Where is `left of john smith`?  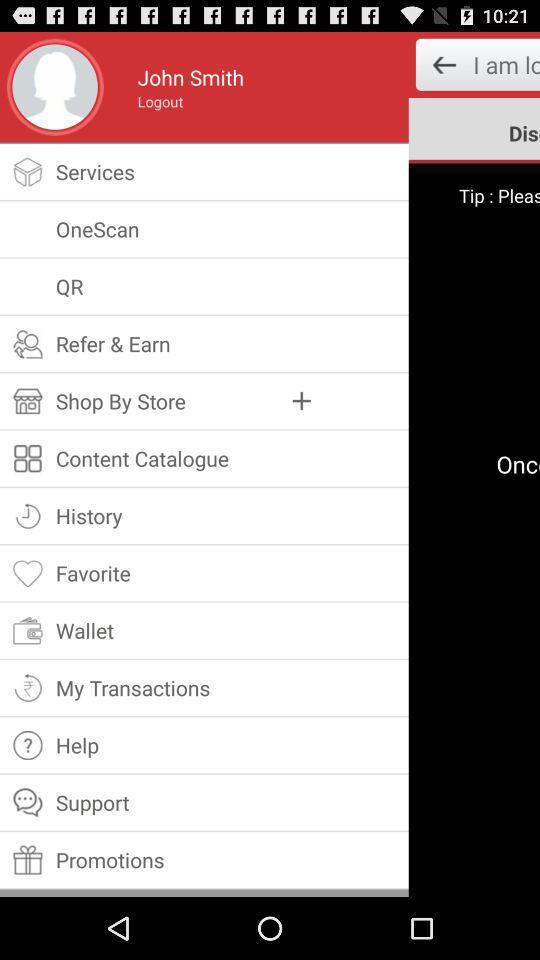
left of john smith is located at coordinates (55, 86).